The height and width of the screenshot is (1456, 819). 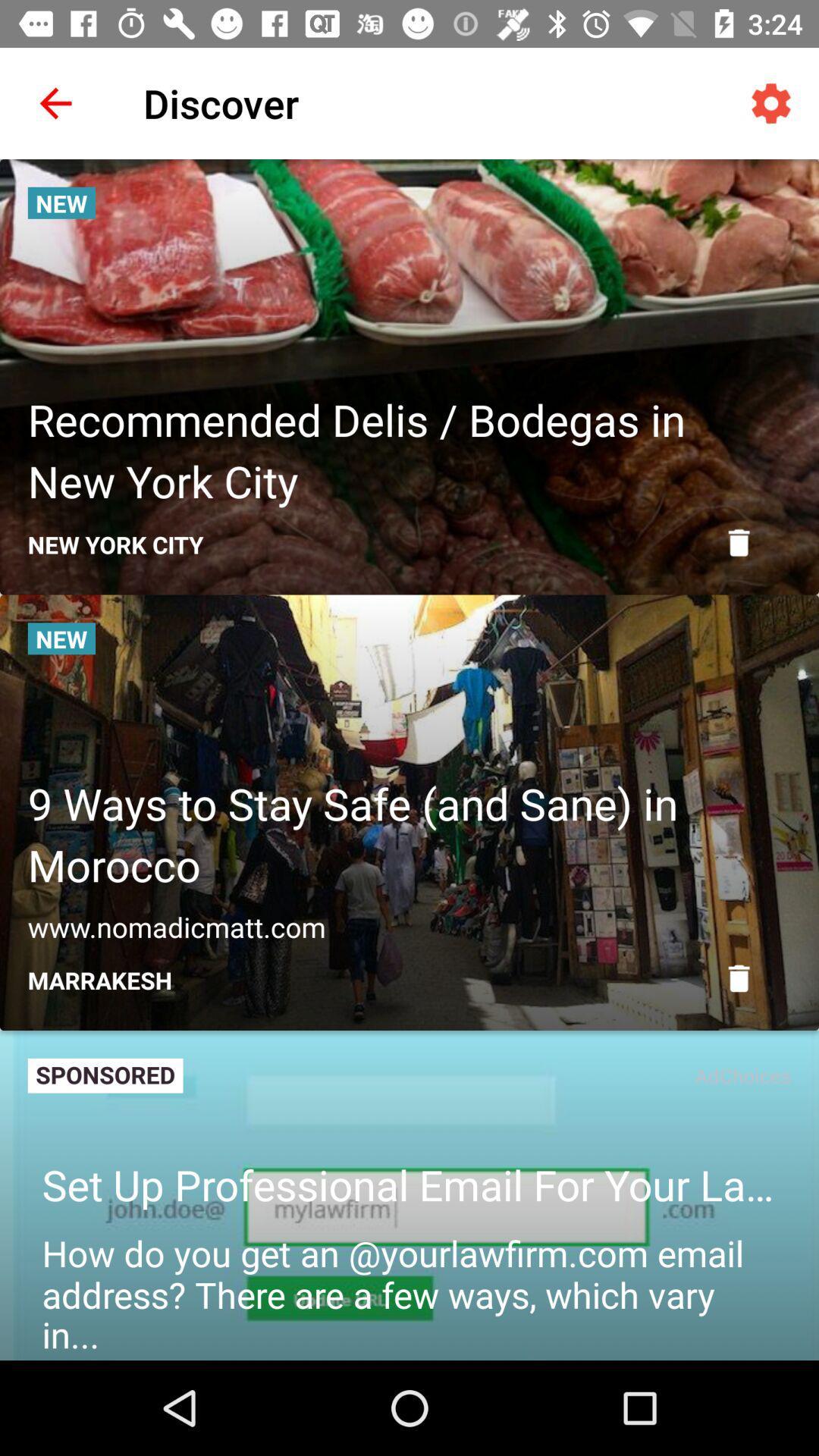 What do you see at coordinates (771, 102) in the screenshot?
I see `the icon next to discover icon` at bounding box center [771, 102].